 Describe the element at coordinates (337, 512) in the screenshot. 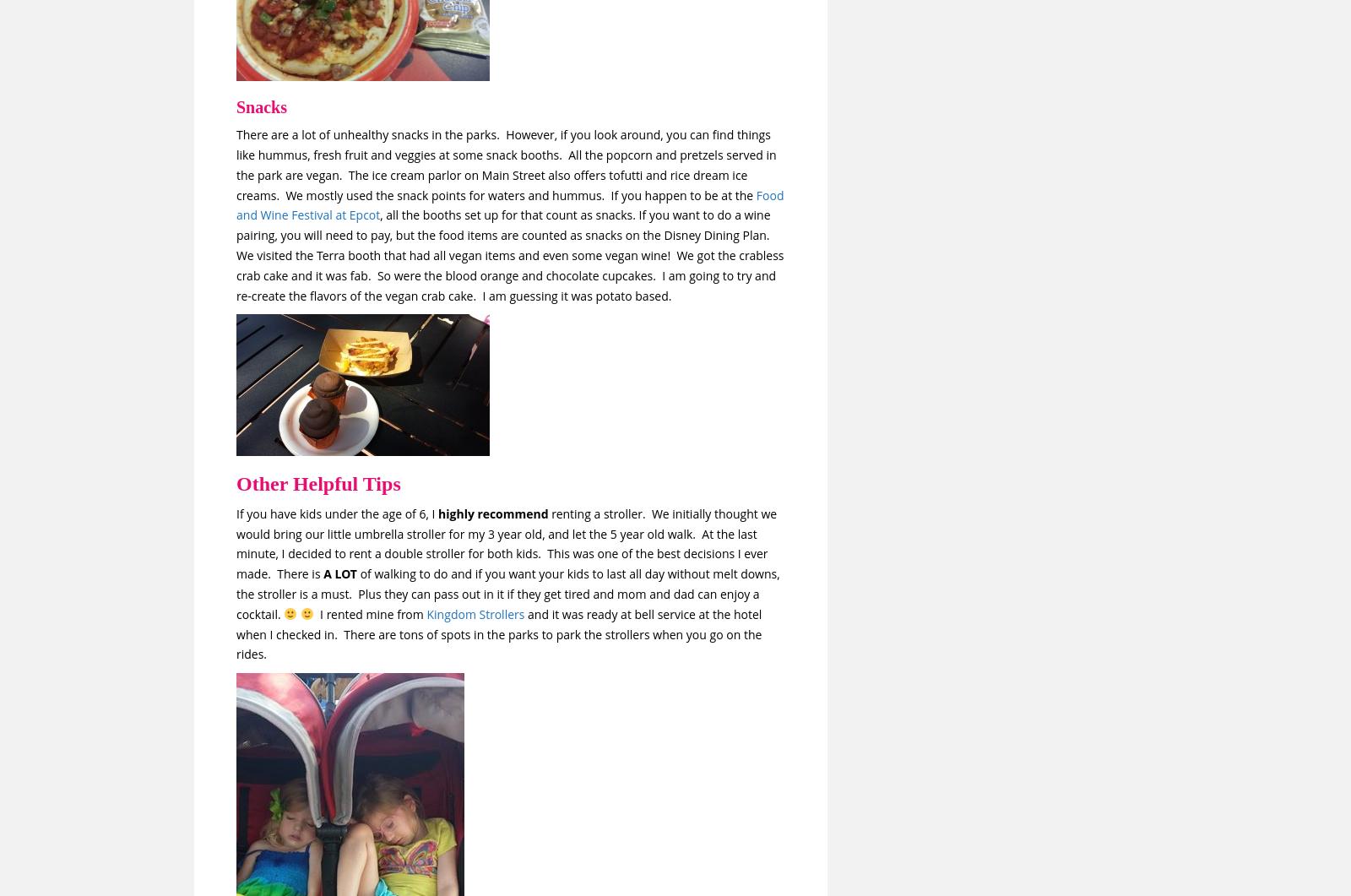

I see `'If you have kids under the age of 6, I'` at that location.